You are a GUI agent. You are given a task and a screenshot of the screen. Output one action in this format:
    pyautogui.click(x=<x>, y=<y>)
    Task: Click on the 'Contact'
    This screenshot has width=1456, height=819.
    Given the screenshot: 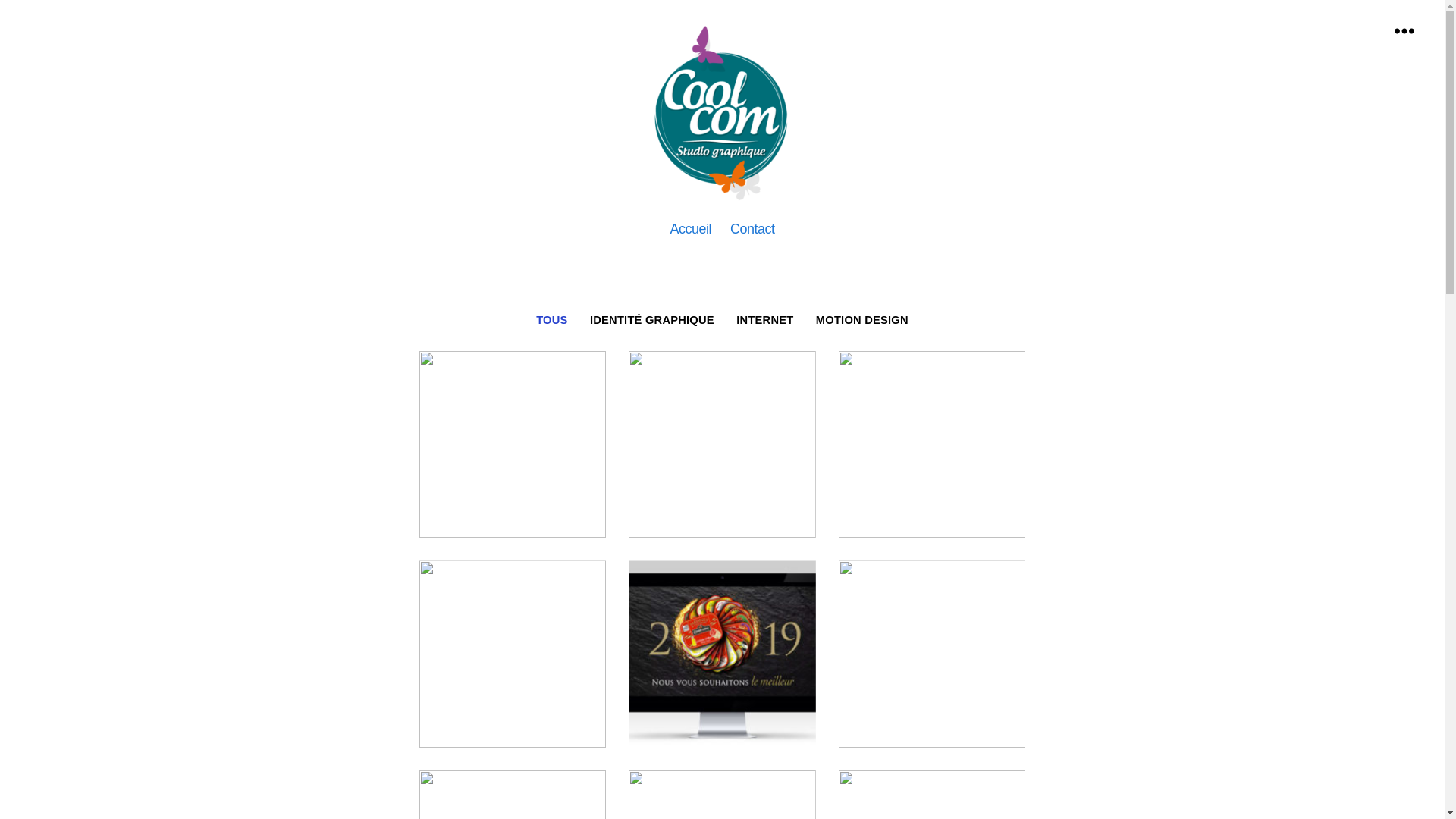 What is the action you would take?
    pyautogui.click(x=752, y=230)
    